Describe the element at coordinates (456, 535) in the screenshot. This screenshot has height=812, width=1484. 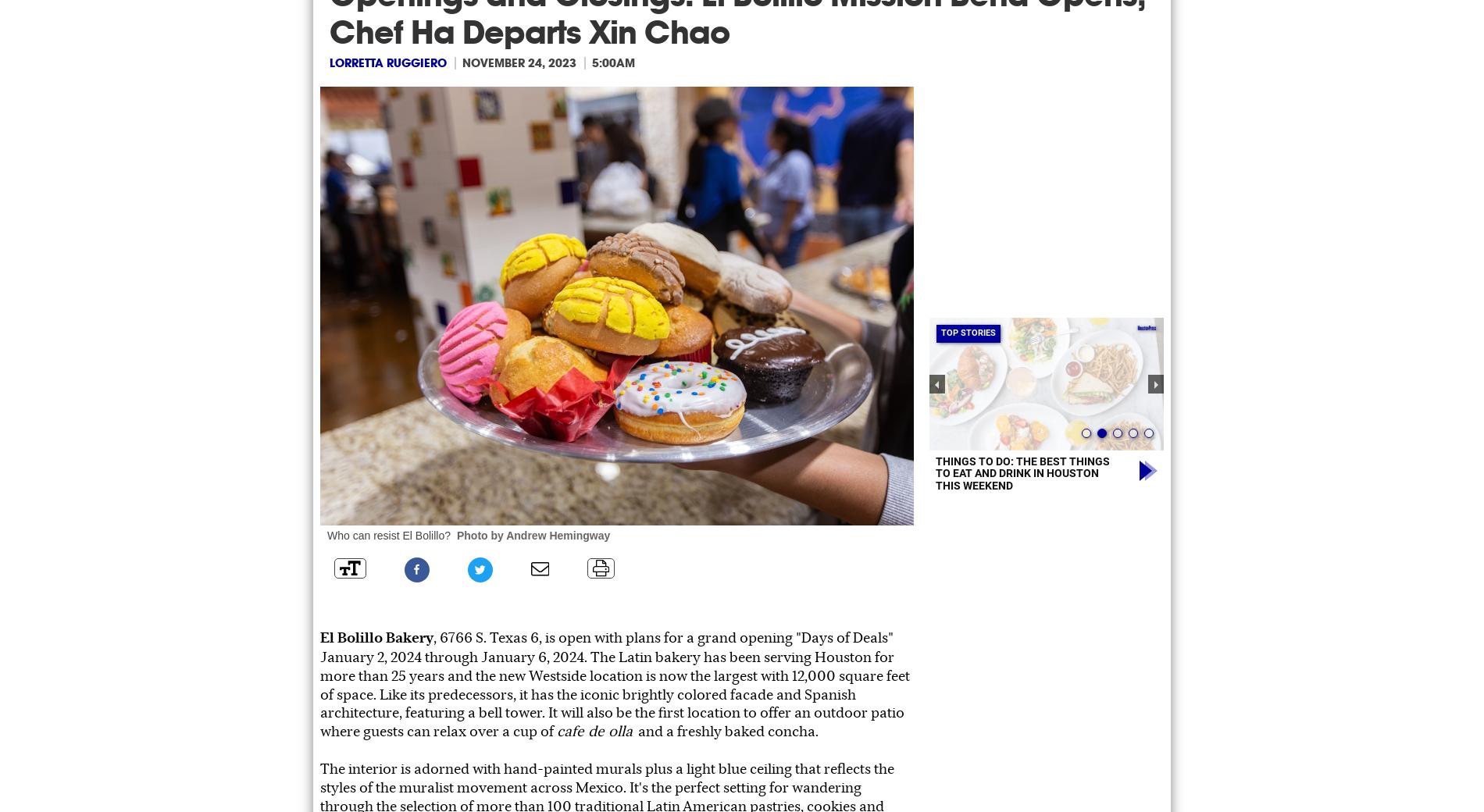
I see `'Photo by Andrew Hemingway'` at that location.